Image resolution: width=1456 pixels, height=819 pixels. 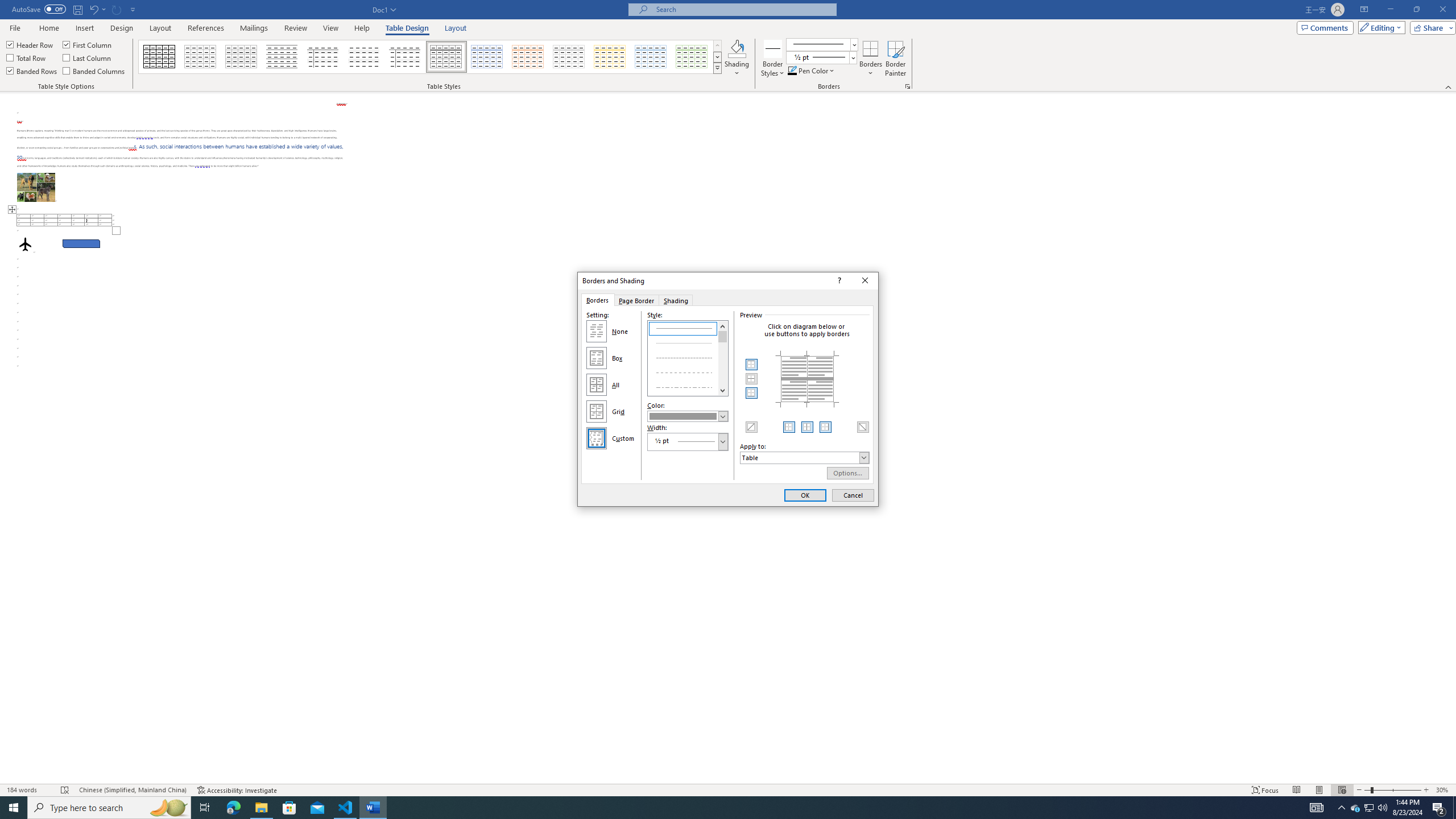 What do you see at coordinates (691, 56) in the screenshot?
I see `'Grid Table 1 Light - Accent 6'` at bounding box center [691, 56].